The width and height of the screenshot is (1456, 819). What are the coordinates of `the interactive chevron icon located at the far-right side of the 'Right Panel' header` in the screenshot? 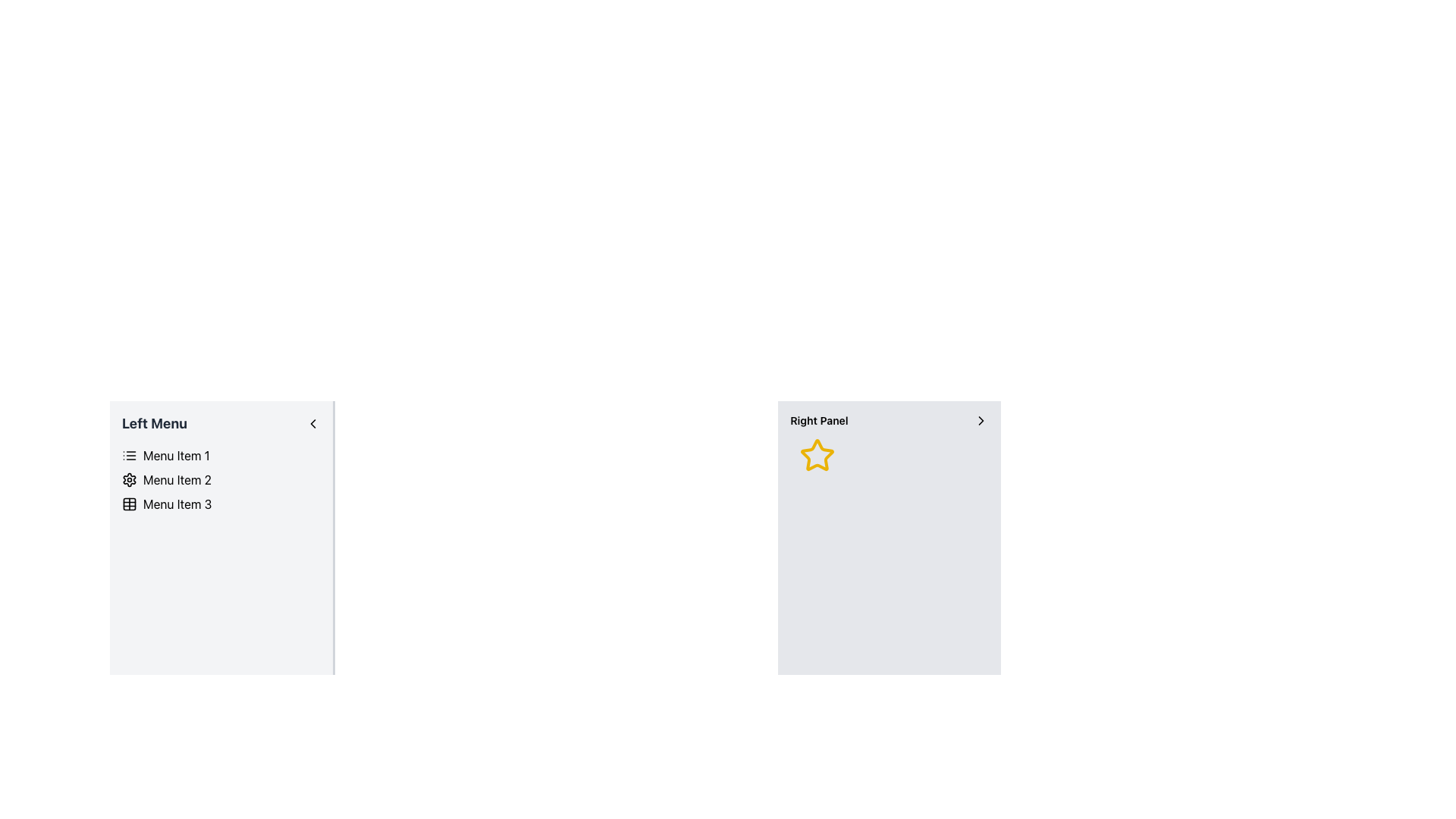 It's located at (981, 421).